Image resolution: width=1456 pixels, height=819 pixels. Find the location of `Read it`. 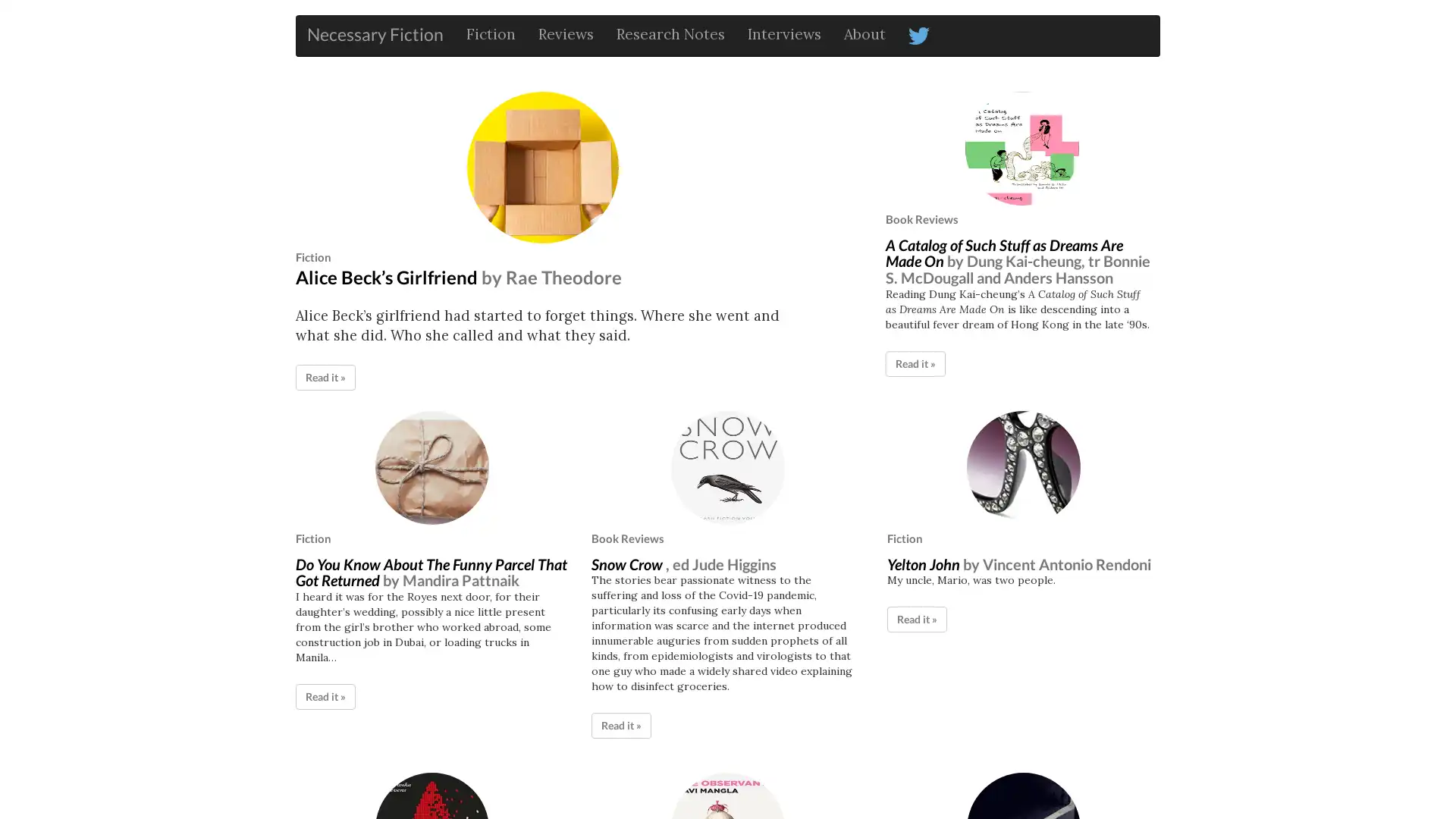

Read it is located at coordinates (325, 376).